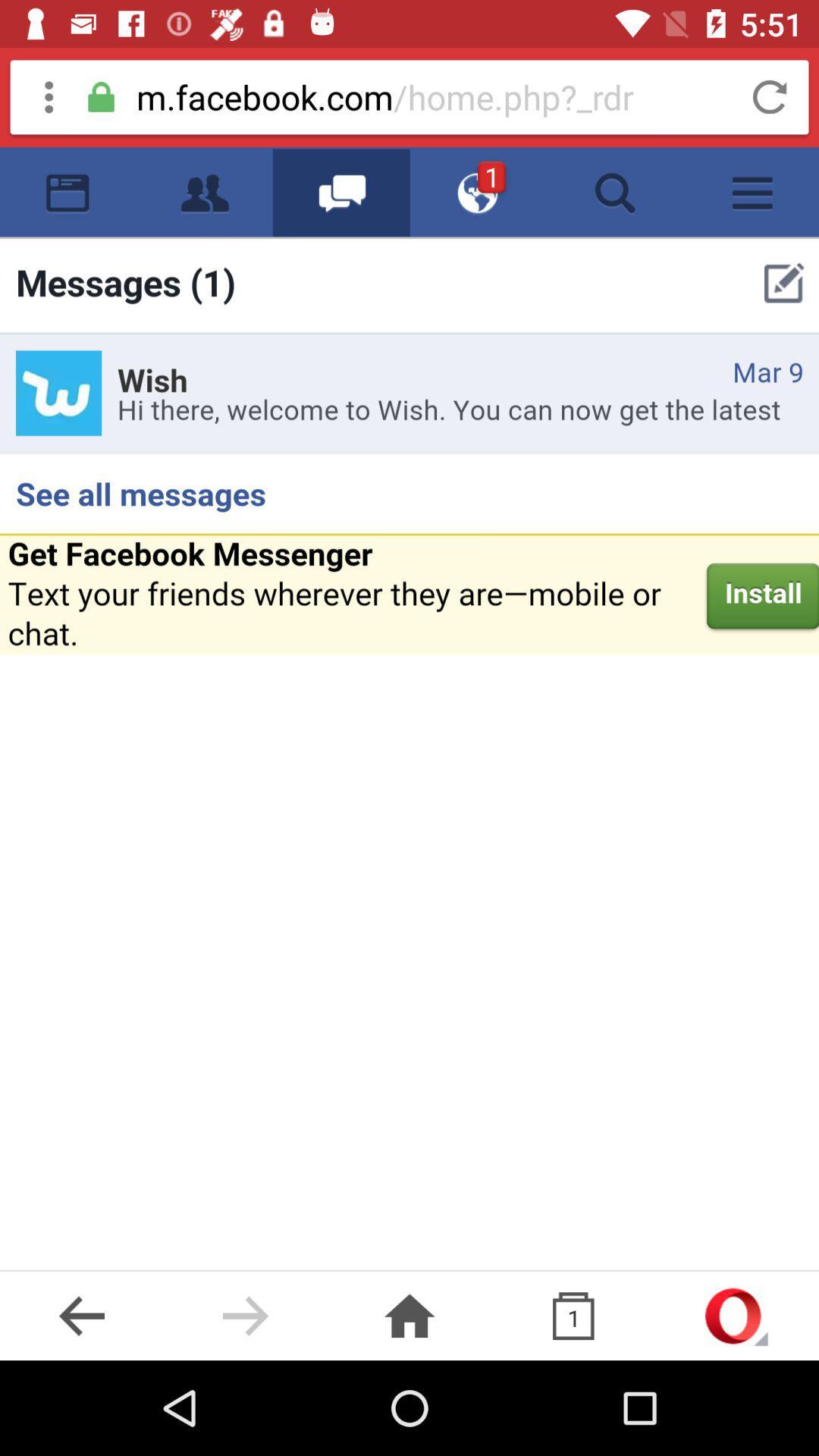 Image resolution: width=819 pixels, height=1456 pixels. Describe the element at coordinates (245, 1315) in the screenshot. I see `the arrow_forward icon` at that location.